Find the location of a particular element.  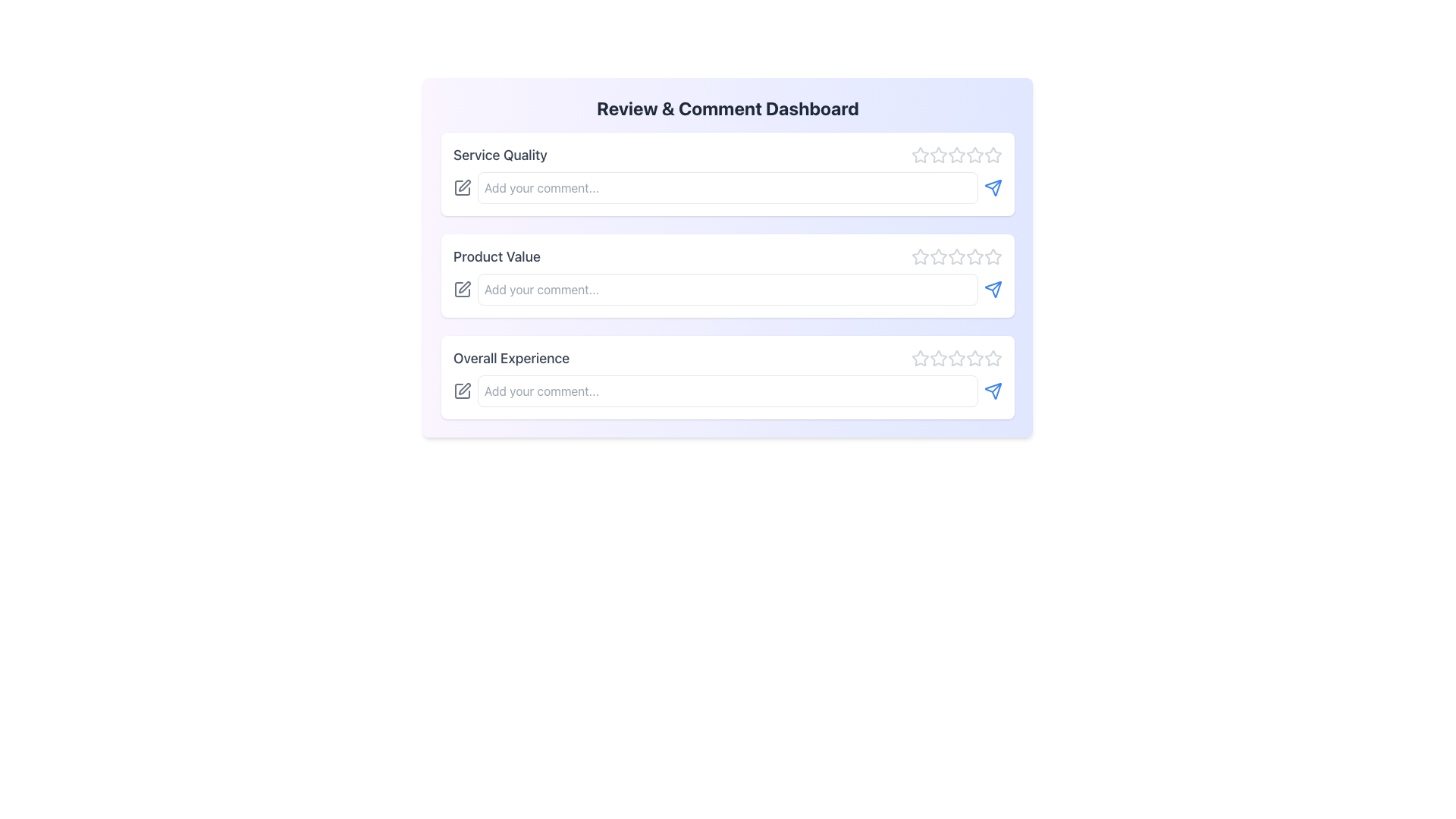

the sixth star in the 'Product Value' section is located at coordinates (975, 256).